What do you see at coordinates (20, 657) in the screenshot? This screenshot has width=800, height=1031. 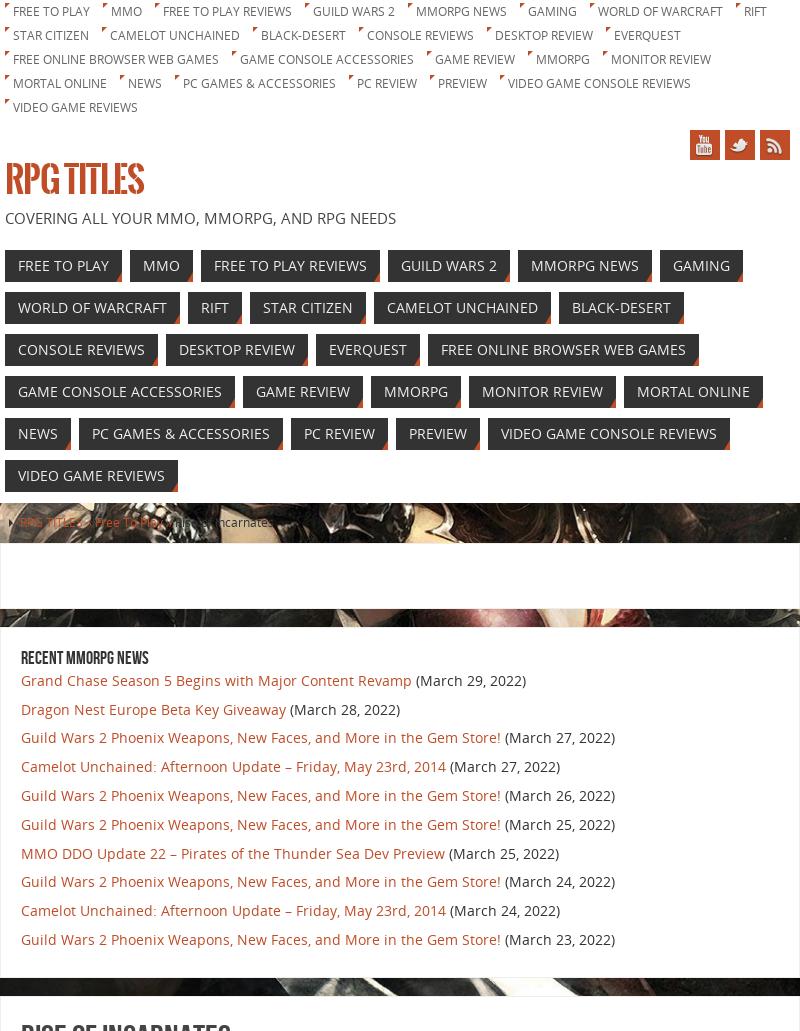 I see `'Recent MMORPG News'` at bounding box center [20, 657].